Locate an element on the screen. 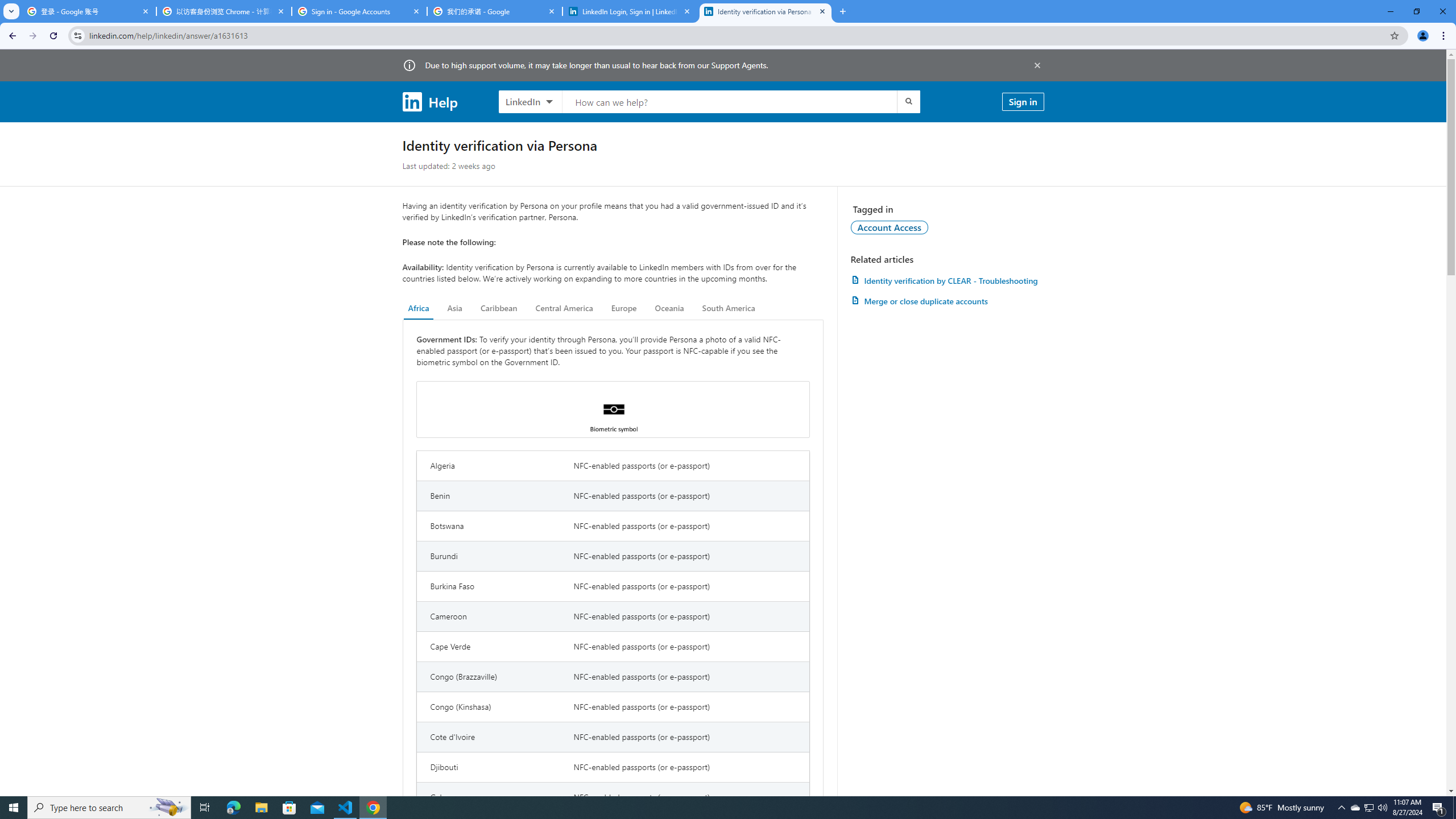  'South America' is located at coordinates (728, 308).